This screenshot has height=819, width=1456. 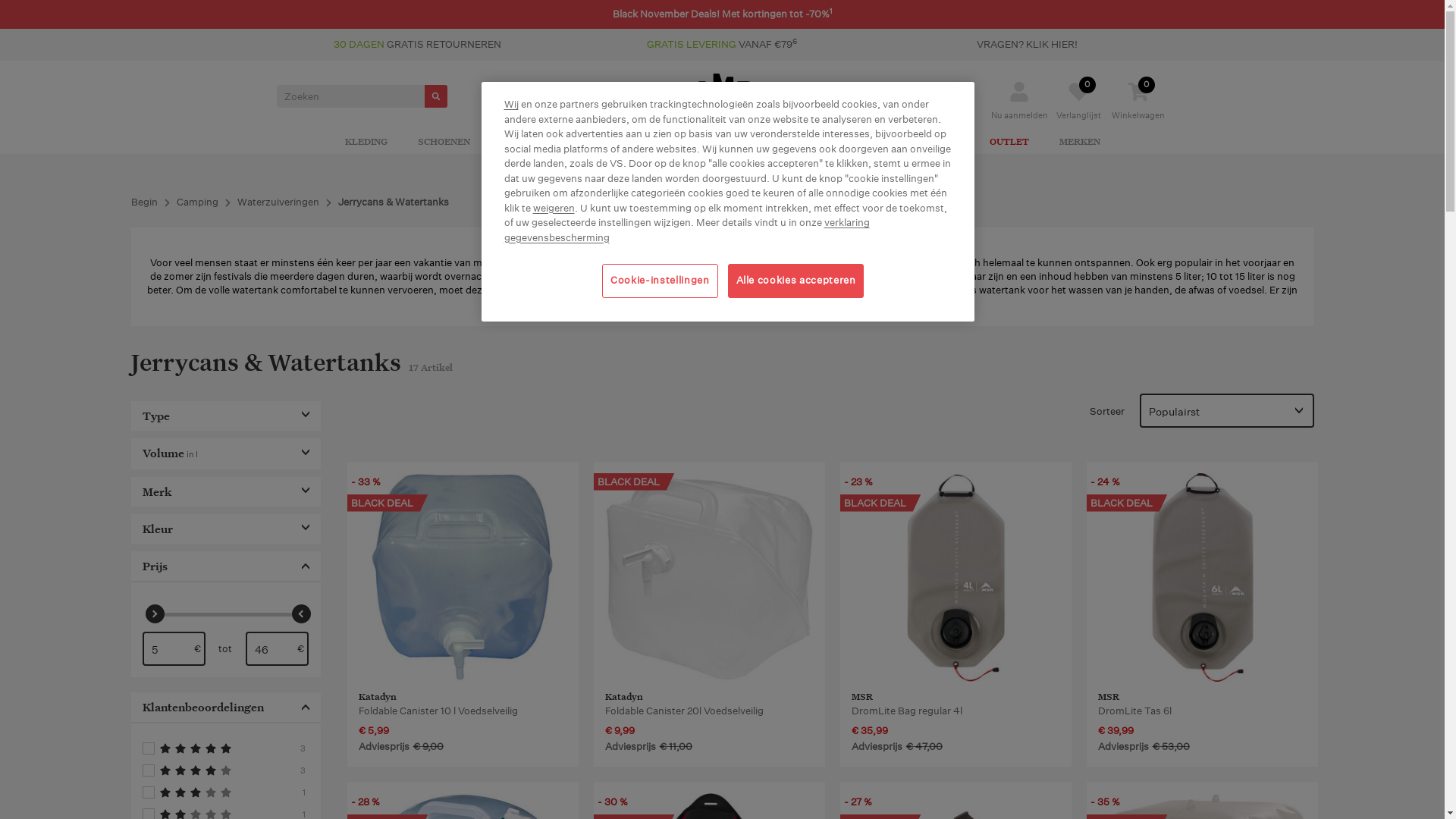 What do you see at coordinates (461, 614) in the screenshot?
I see `'Katadyn Foldable Canister 10 l Voedselveilig'` at bounding box center [461, 614].